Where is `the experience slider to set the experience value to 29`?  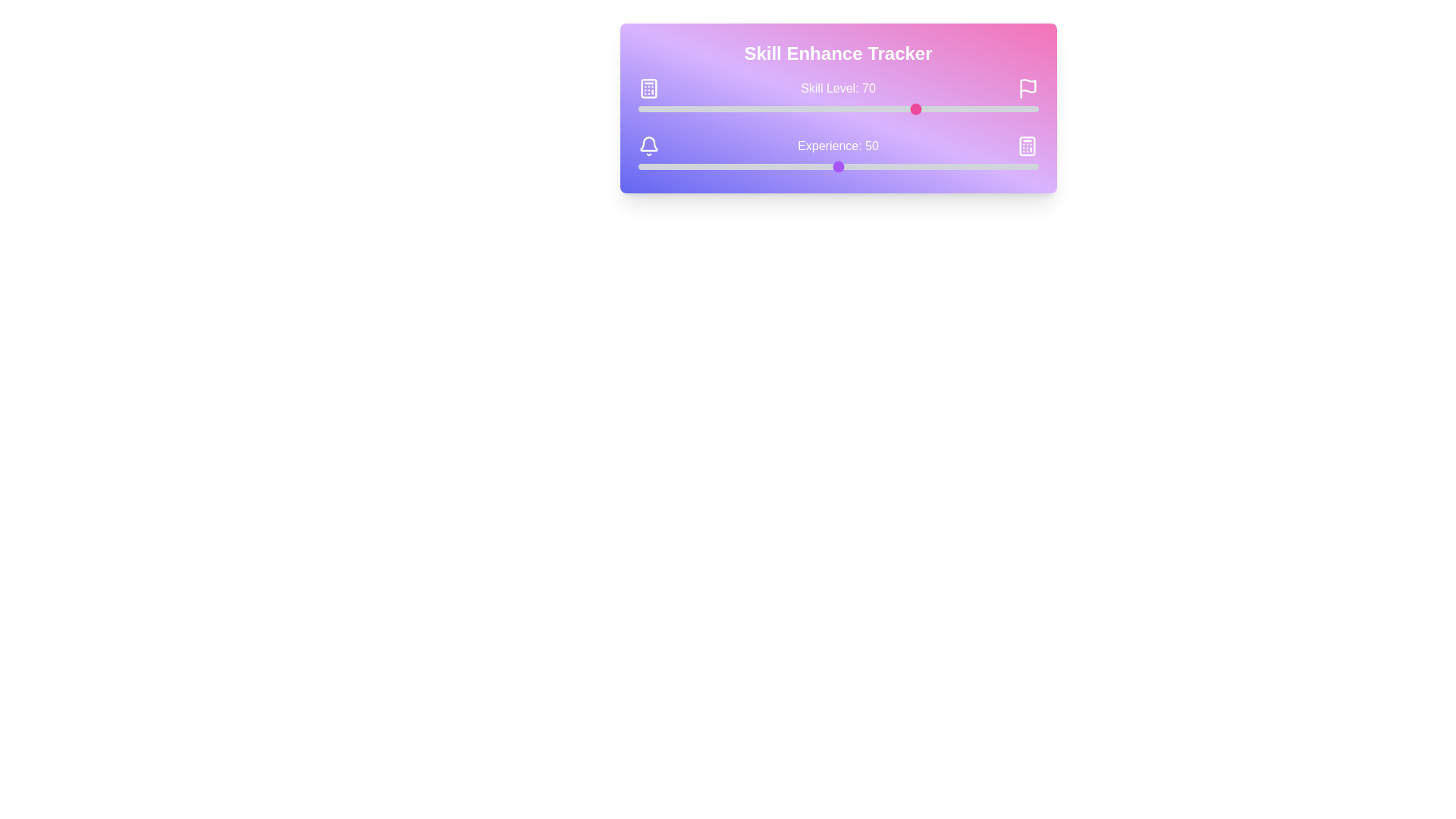
the experience slider to set the experience value to 29 is located at coordinates (754, 166).